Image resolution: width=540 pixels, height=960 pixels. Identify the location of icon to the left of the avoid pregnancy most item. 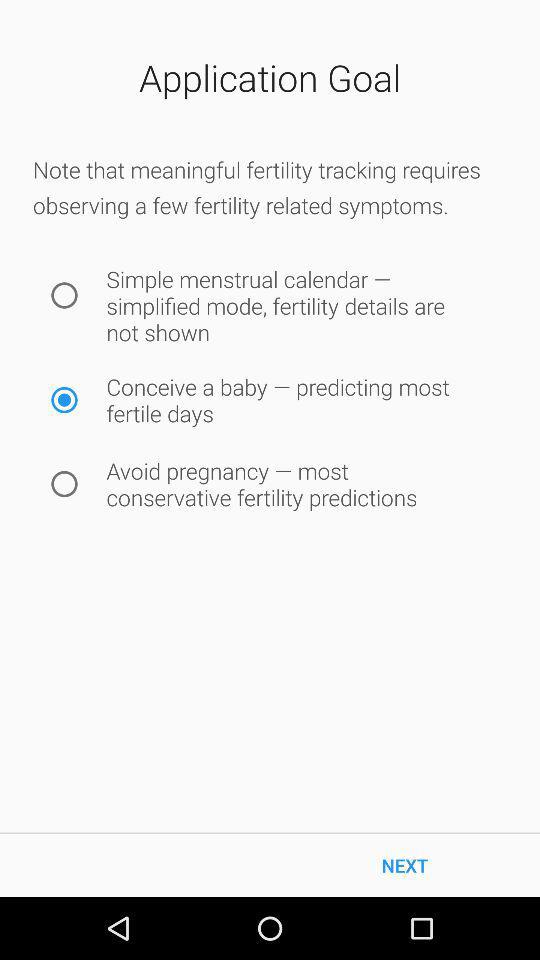
(64, 483).